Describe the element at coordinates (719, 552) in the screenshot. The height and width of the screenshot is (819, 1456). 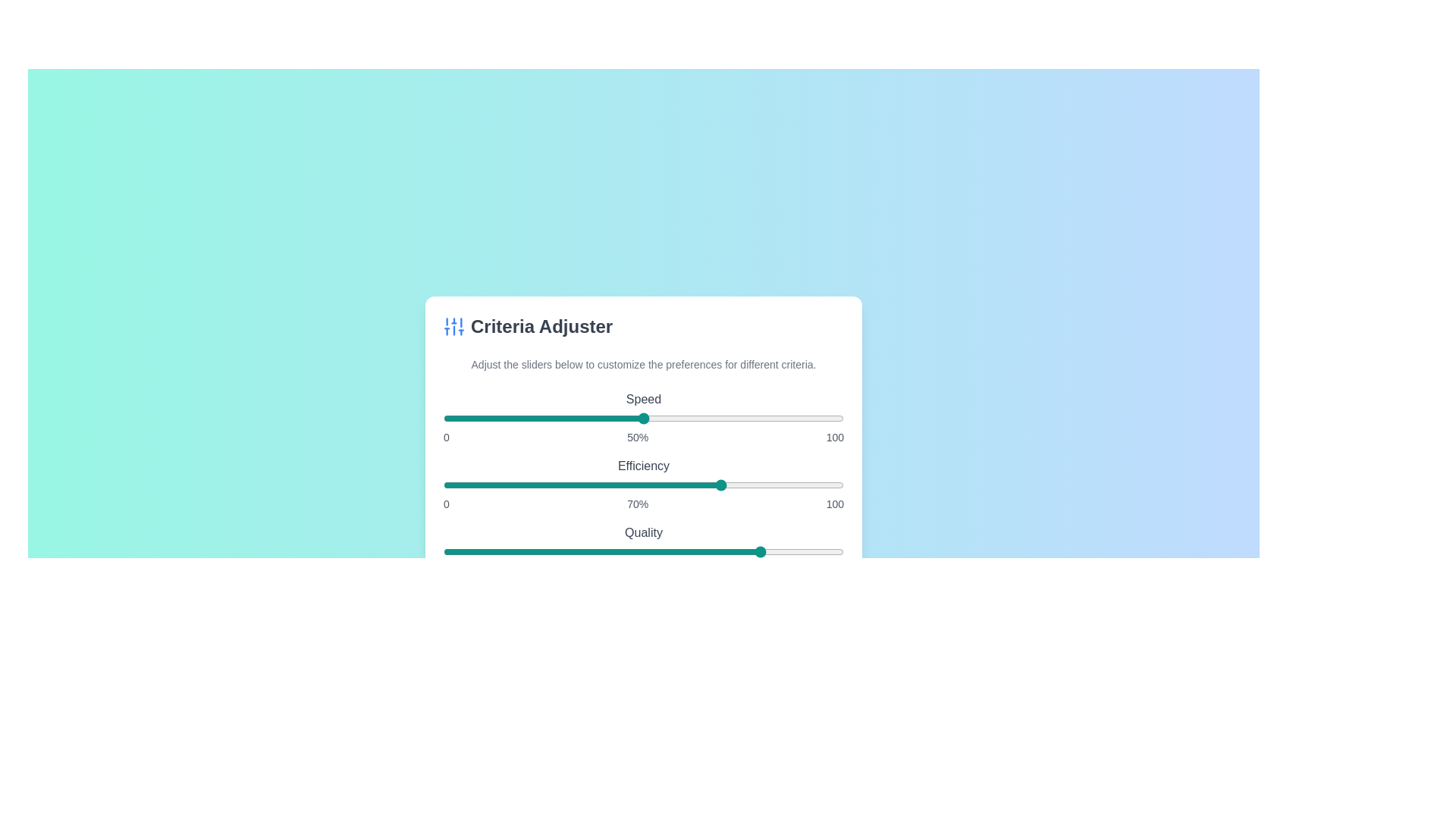
I see `the 'Quality' slider to set its value to 69` at that location.